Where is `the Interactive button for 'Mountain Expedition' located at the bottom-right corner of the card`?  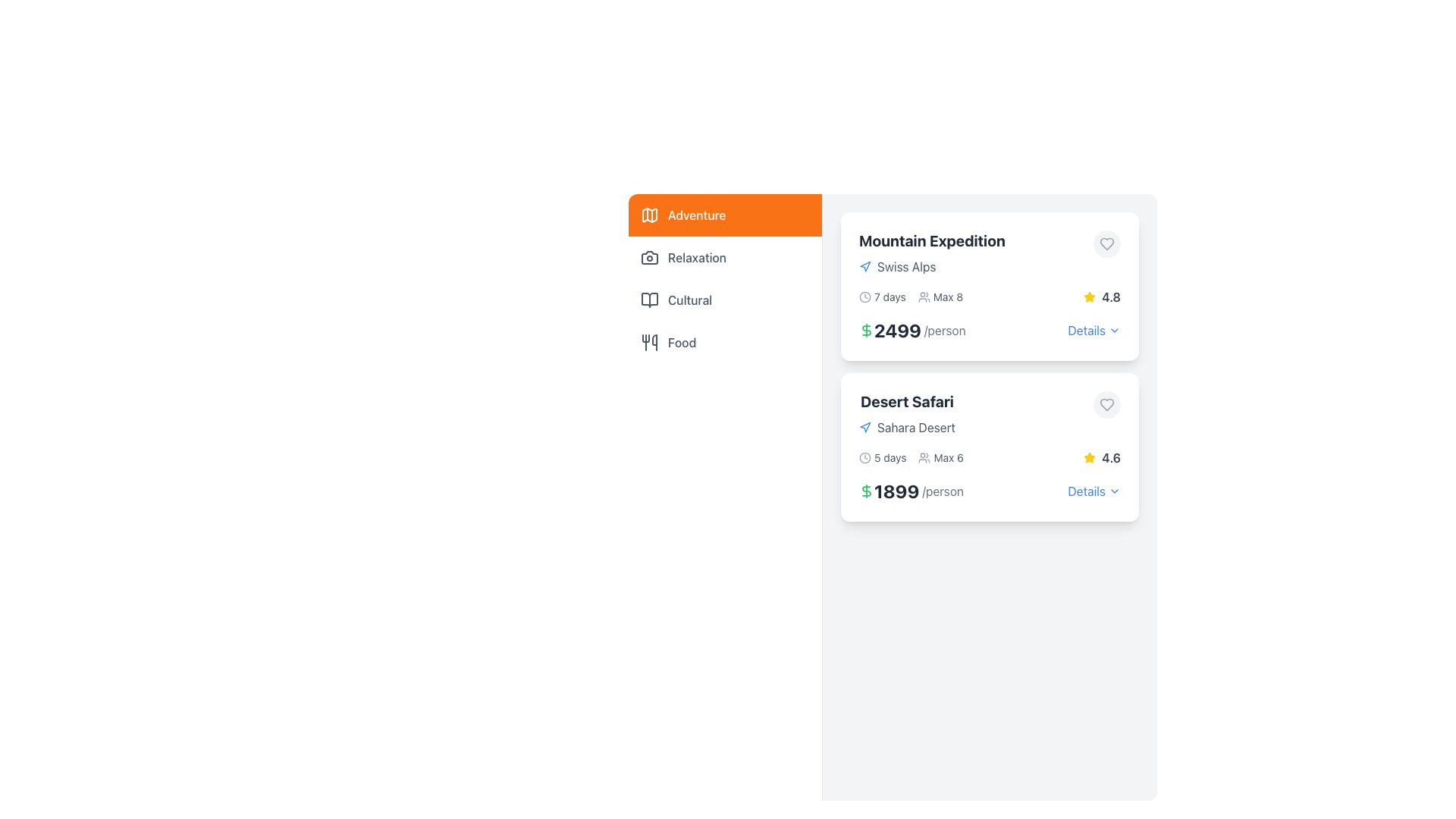 the Interactive button for 'Mountain Expedition' located at the bottom-right corner of the card is located at coordinates (1094, 329).